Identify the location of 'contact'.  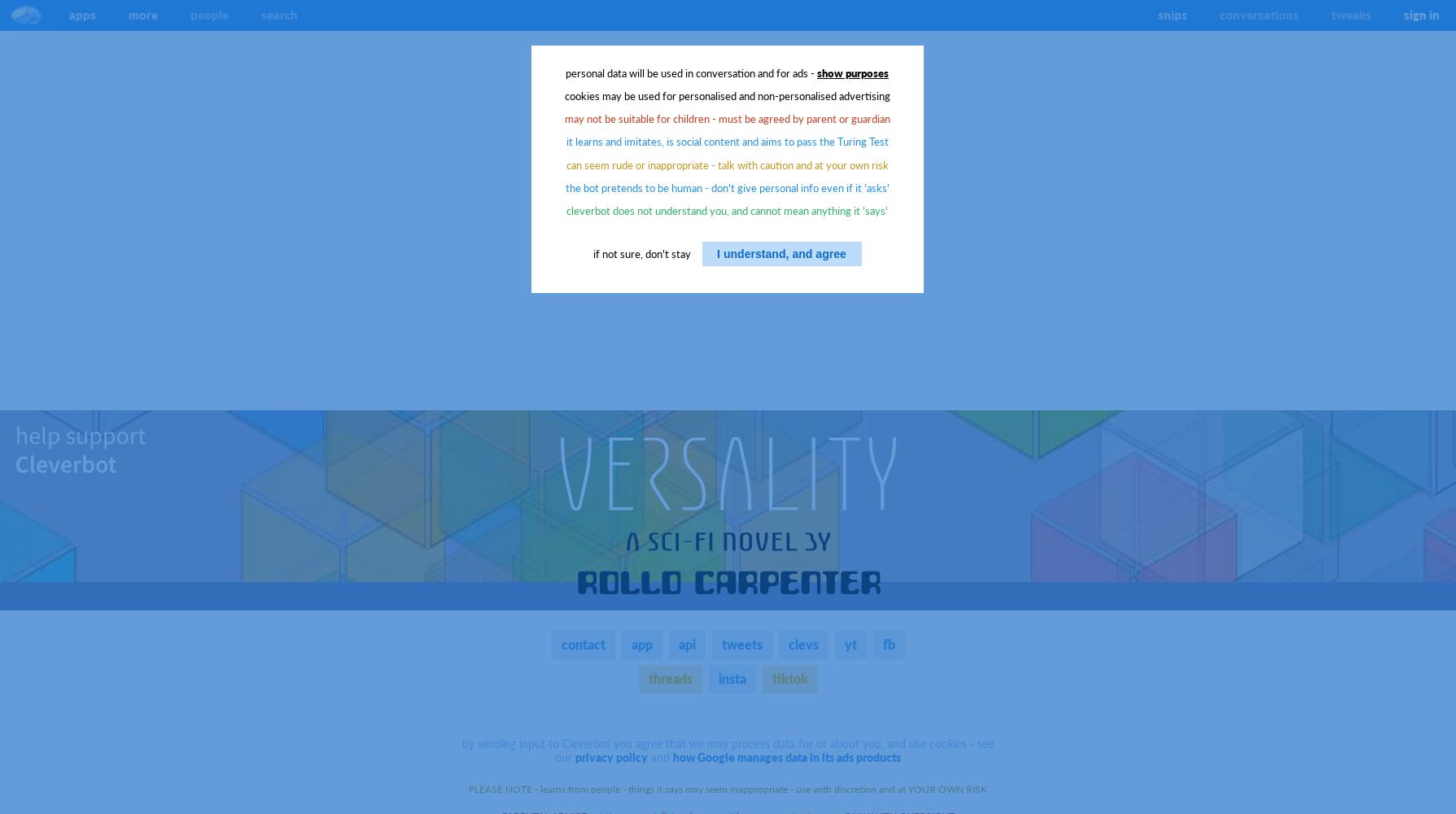
(582, 643).